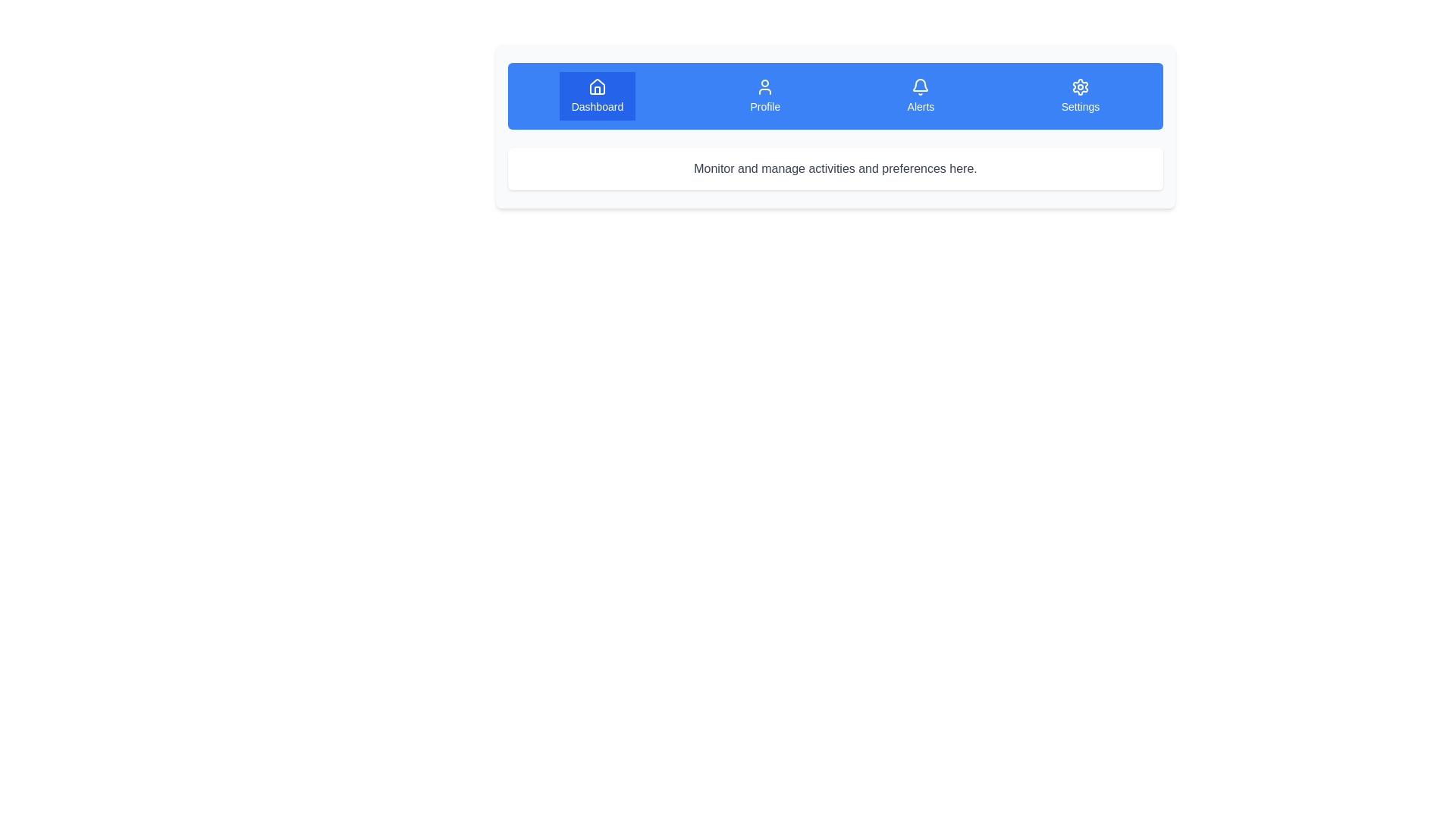  Describe the element at coordinates (765, 87) in the screenshot. I see `the user profile icon button located in the navigation bar, which is the second option from the left labeled 'Profile'` at that location.